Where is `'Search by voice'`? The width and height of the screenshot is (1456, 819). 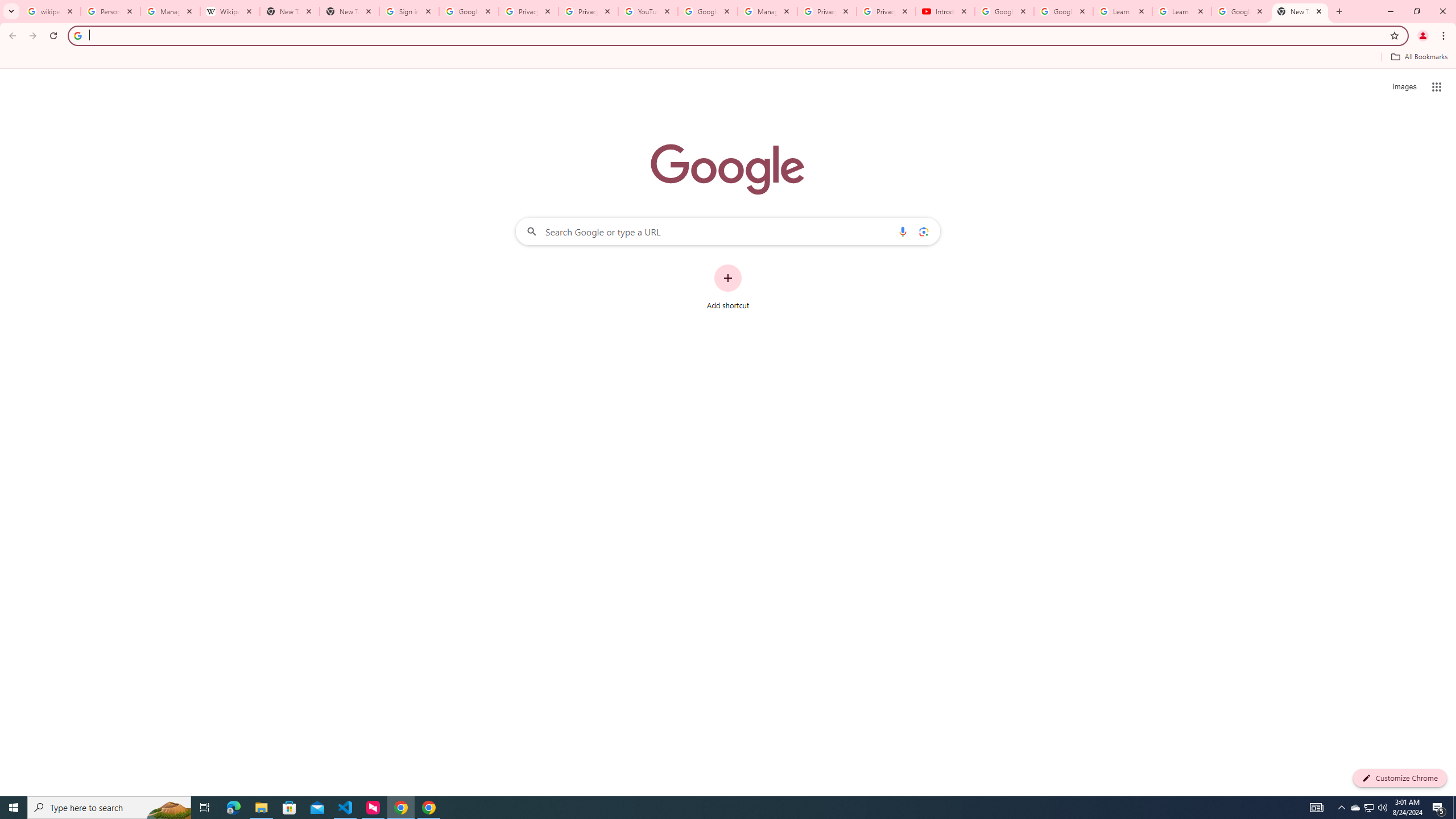 'Search by voice' is located at coordinates (902, 230).